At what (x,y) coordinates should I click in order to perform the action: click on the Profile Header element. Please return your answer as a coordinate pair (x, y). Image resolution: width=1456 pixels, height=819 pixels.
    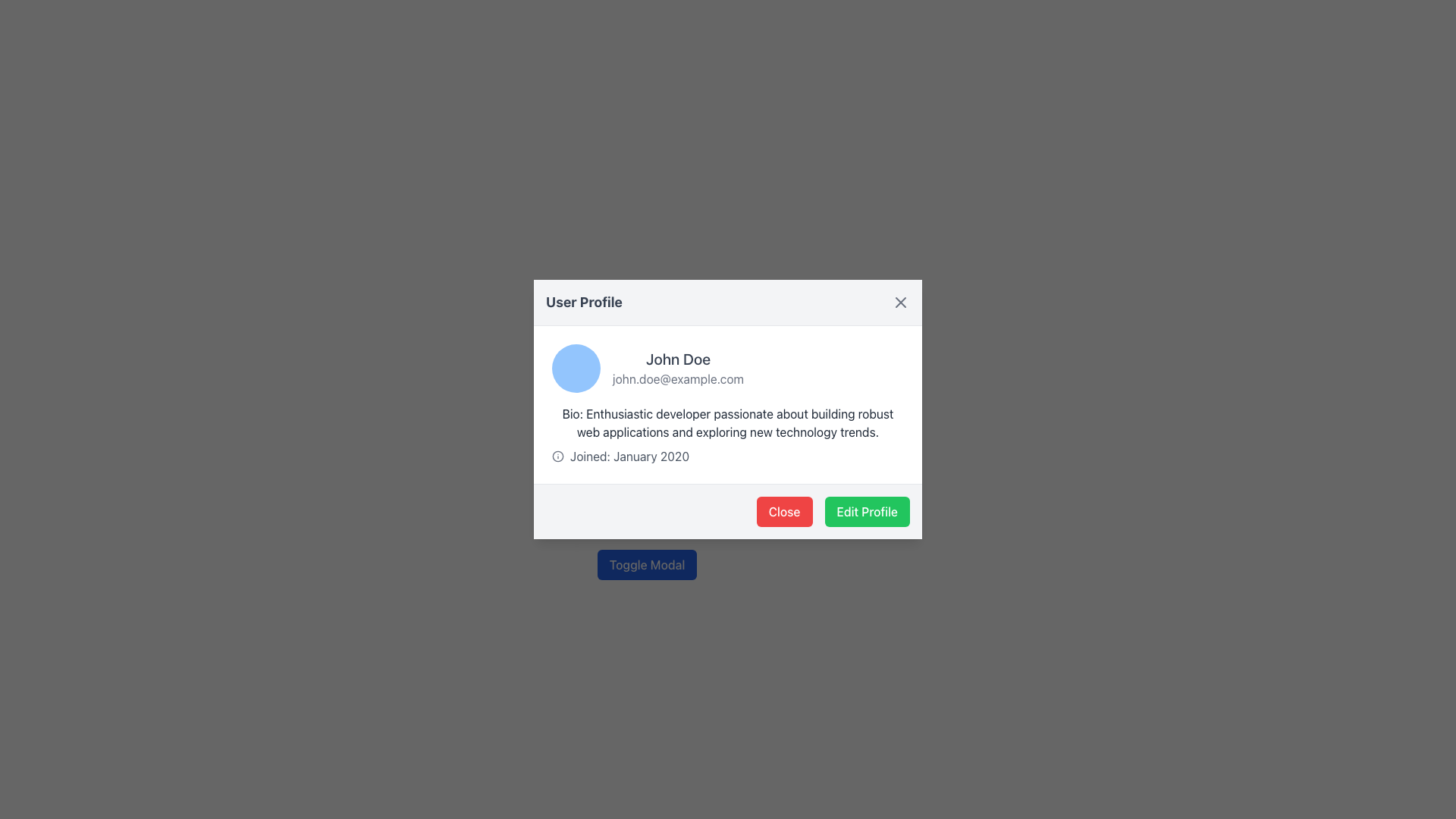
    Looking at the image, I should click on (728, 369).